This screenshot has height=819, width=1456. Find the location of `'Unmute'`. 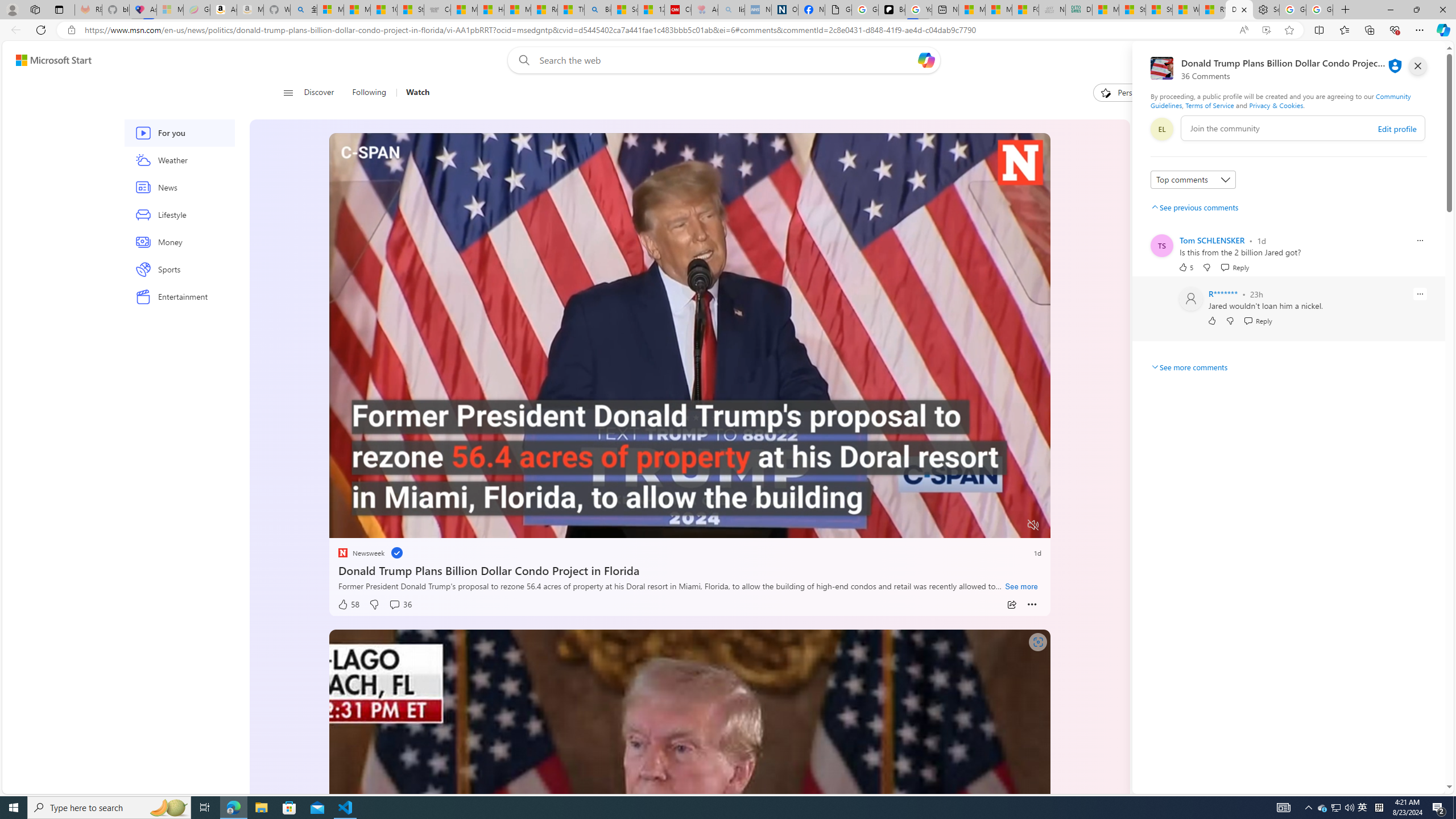

'Unmute' is located at coordinates (1033, 524).